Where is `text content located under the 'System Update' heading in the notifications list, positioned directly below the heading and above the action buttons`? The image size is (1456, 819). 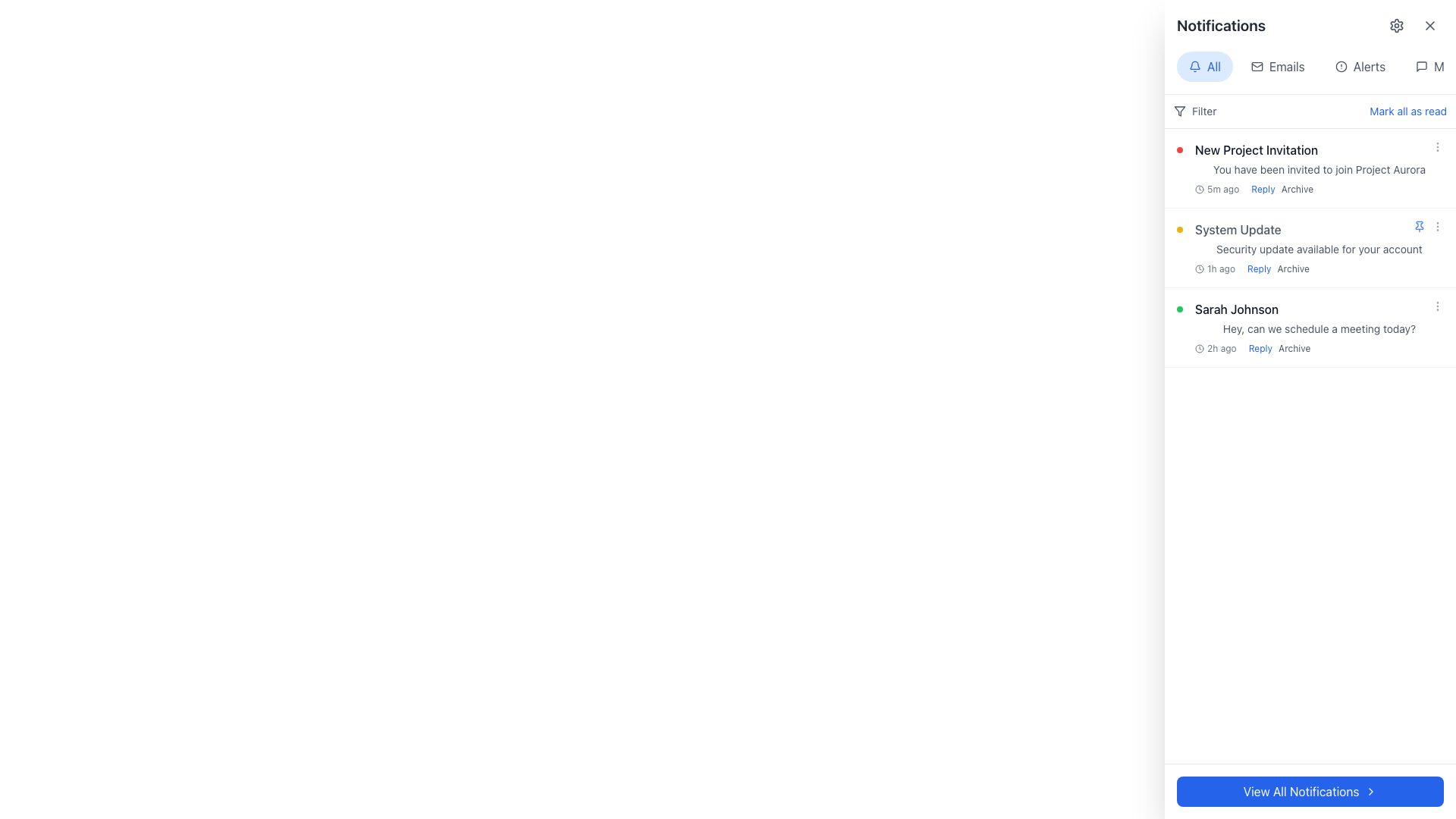 text content located under the 'System Update' heading in the notifications list, positioned directly below the heading and above the action buttons is located at coordinates (1318, 248).